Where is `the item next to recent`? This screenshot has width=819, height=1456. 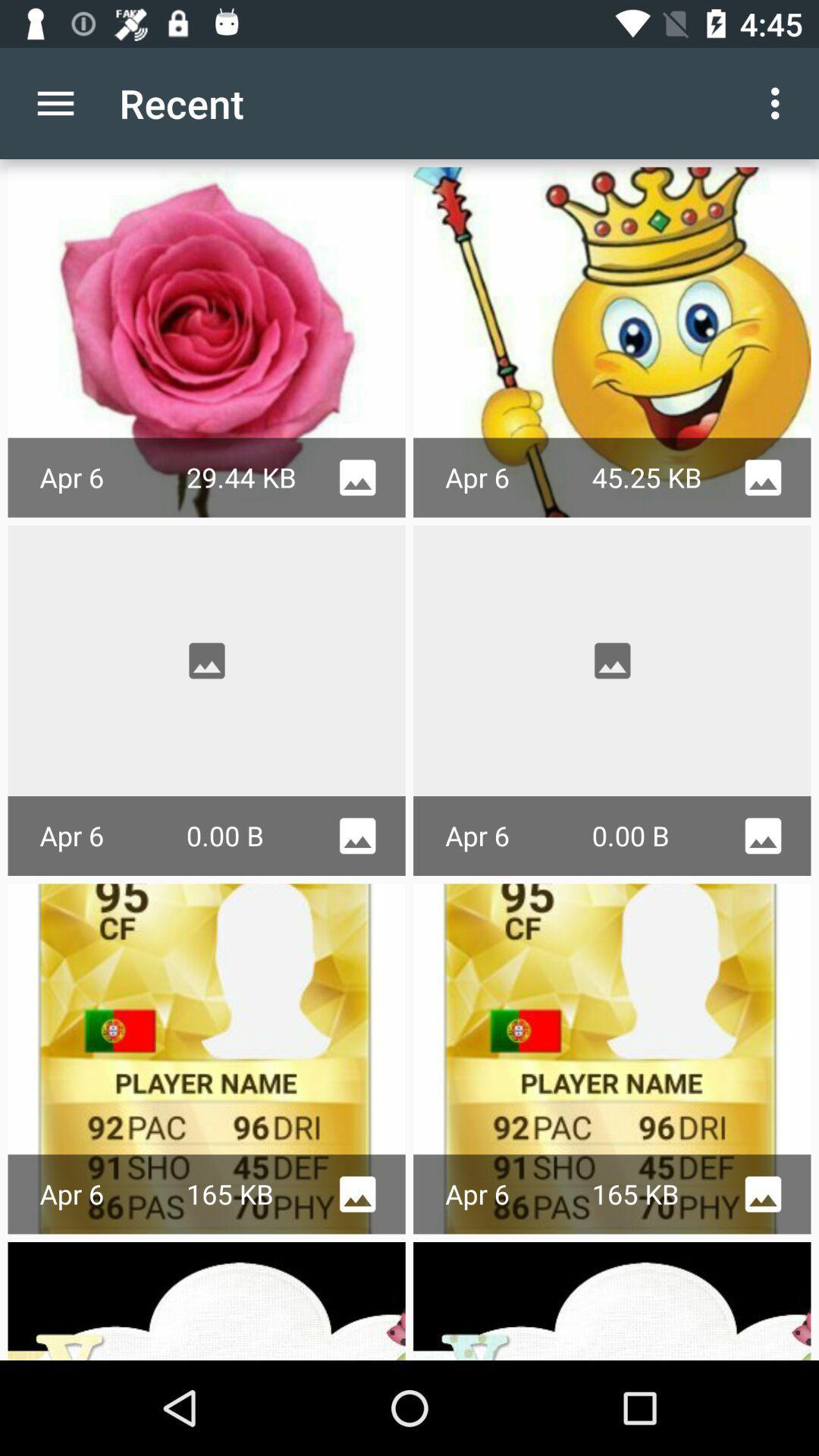 the item next to recent is located at coordinates (779, 102).